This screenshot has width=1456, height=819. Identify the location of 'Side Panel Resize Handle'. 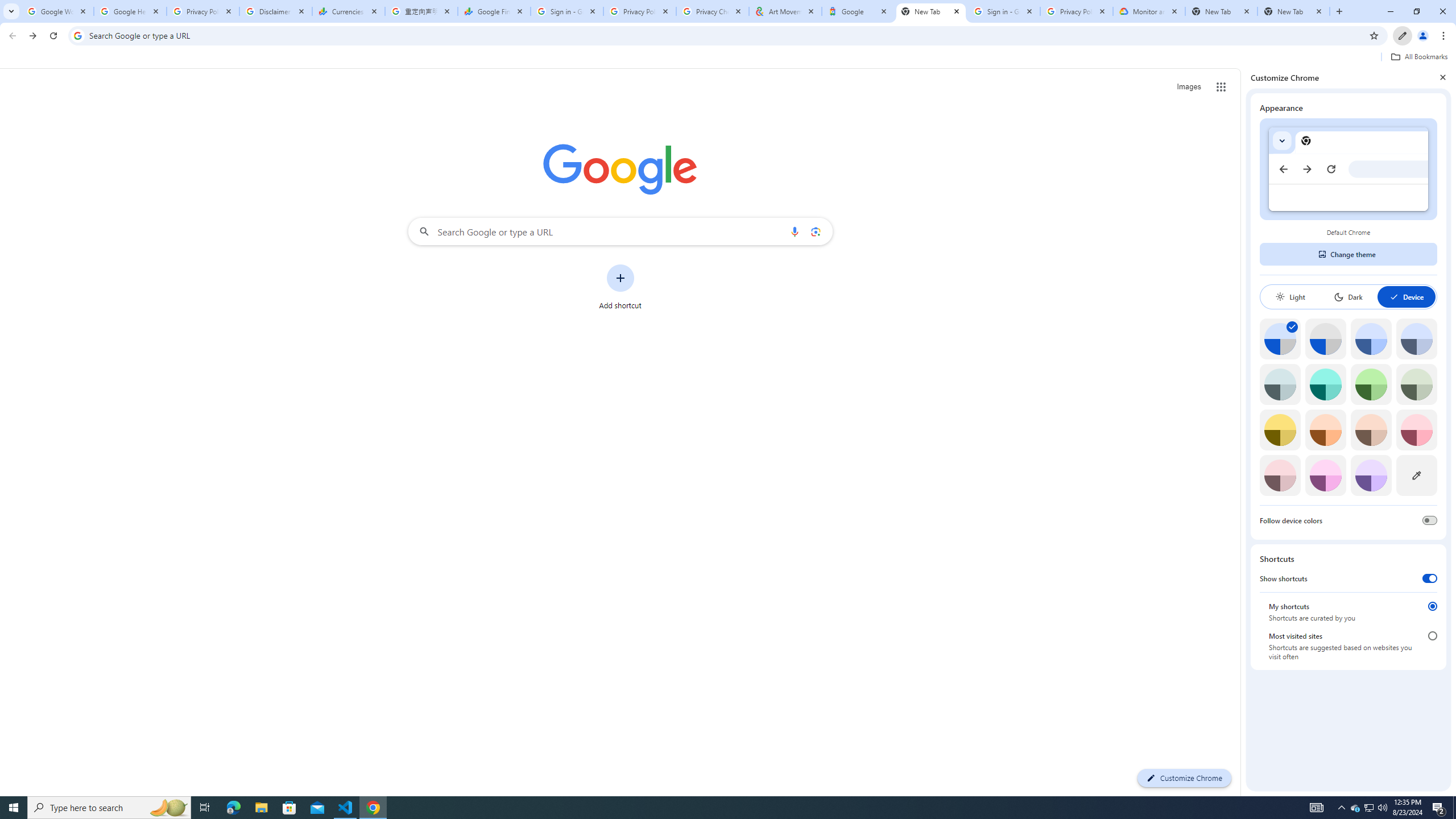
(1243, 431).